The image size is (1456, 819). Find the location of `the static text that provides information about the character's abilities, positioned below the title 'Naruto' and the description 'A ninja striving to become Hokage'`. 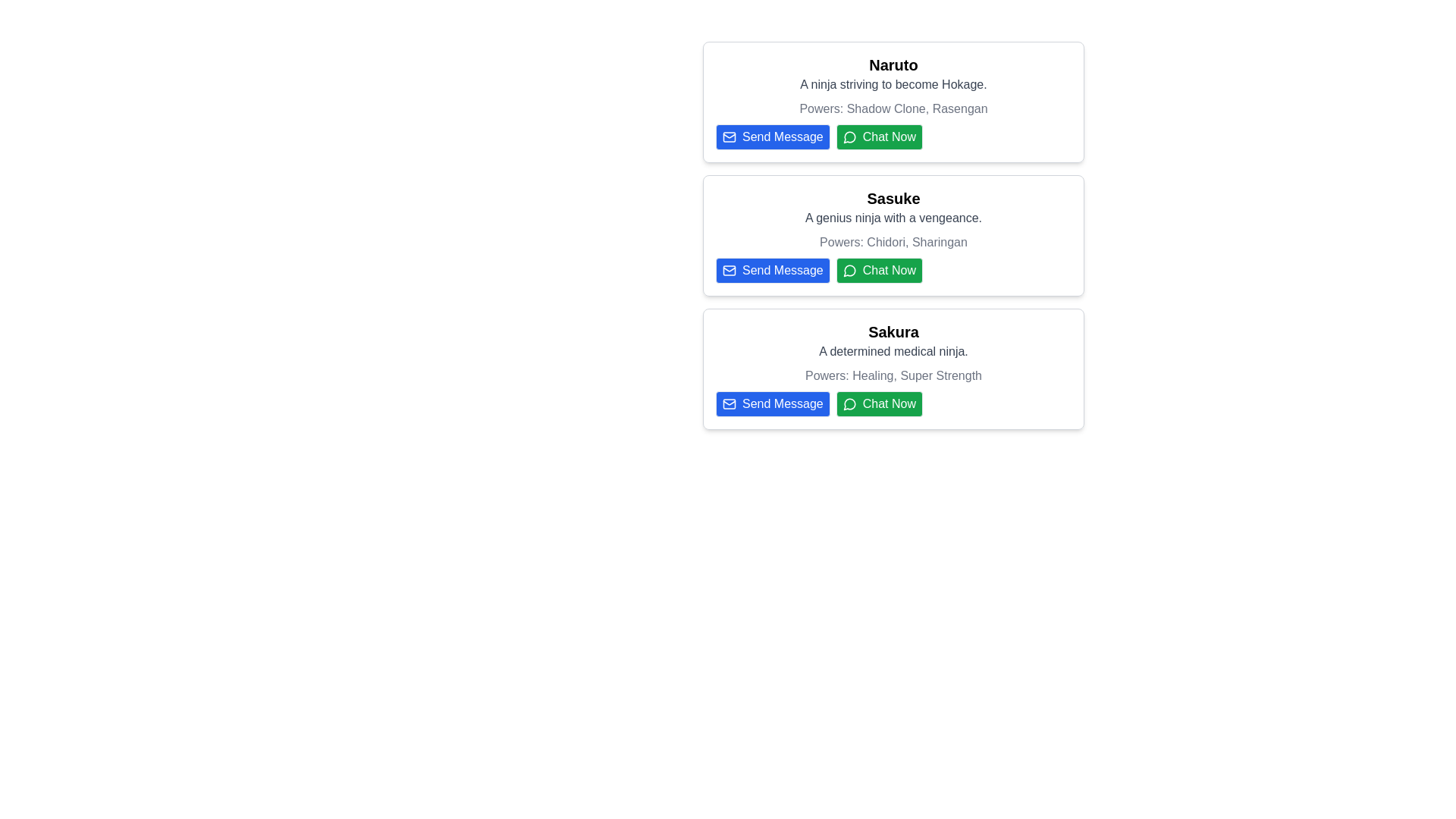

the static text that provides information about the character's abilities, positioned below the title 'Naruto' and the description 'A ninja striving to become Hokage' is located at coordinates (893, 108).